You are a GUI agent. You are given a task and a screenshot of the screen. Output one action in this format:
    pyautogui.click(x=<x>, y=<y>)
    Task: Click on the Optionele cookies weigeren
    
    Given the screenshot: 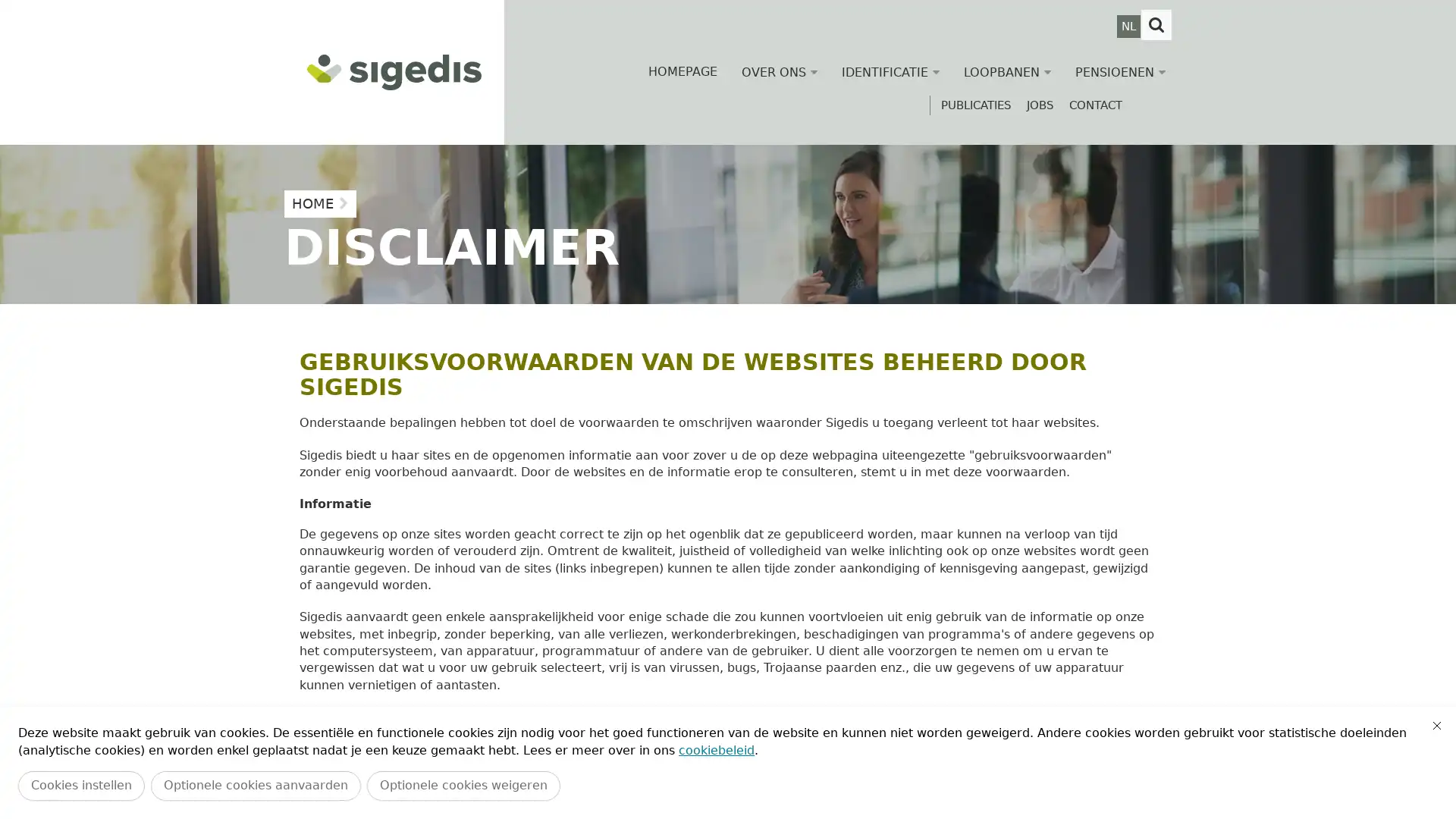 What is the action you would take?
    pyautogui.click(x=463, y=785)
    